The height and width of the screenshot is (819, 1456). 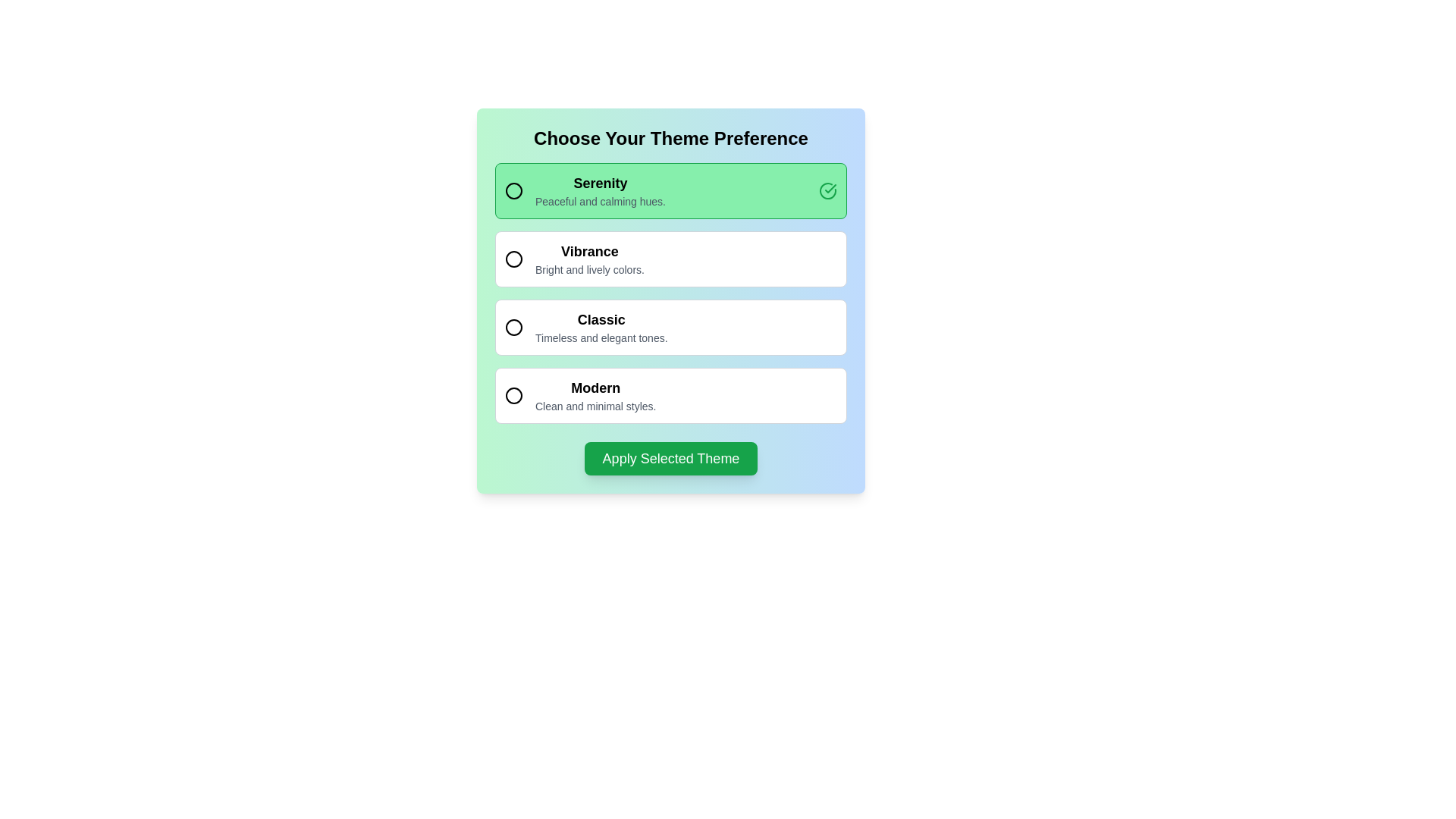 What do you see at coordinates (670, 458) in the screenshot?
I see `the apply button located at the center-bottom of the theme selection card to apply the selected theme` at bounding box center [670, 458].